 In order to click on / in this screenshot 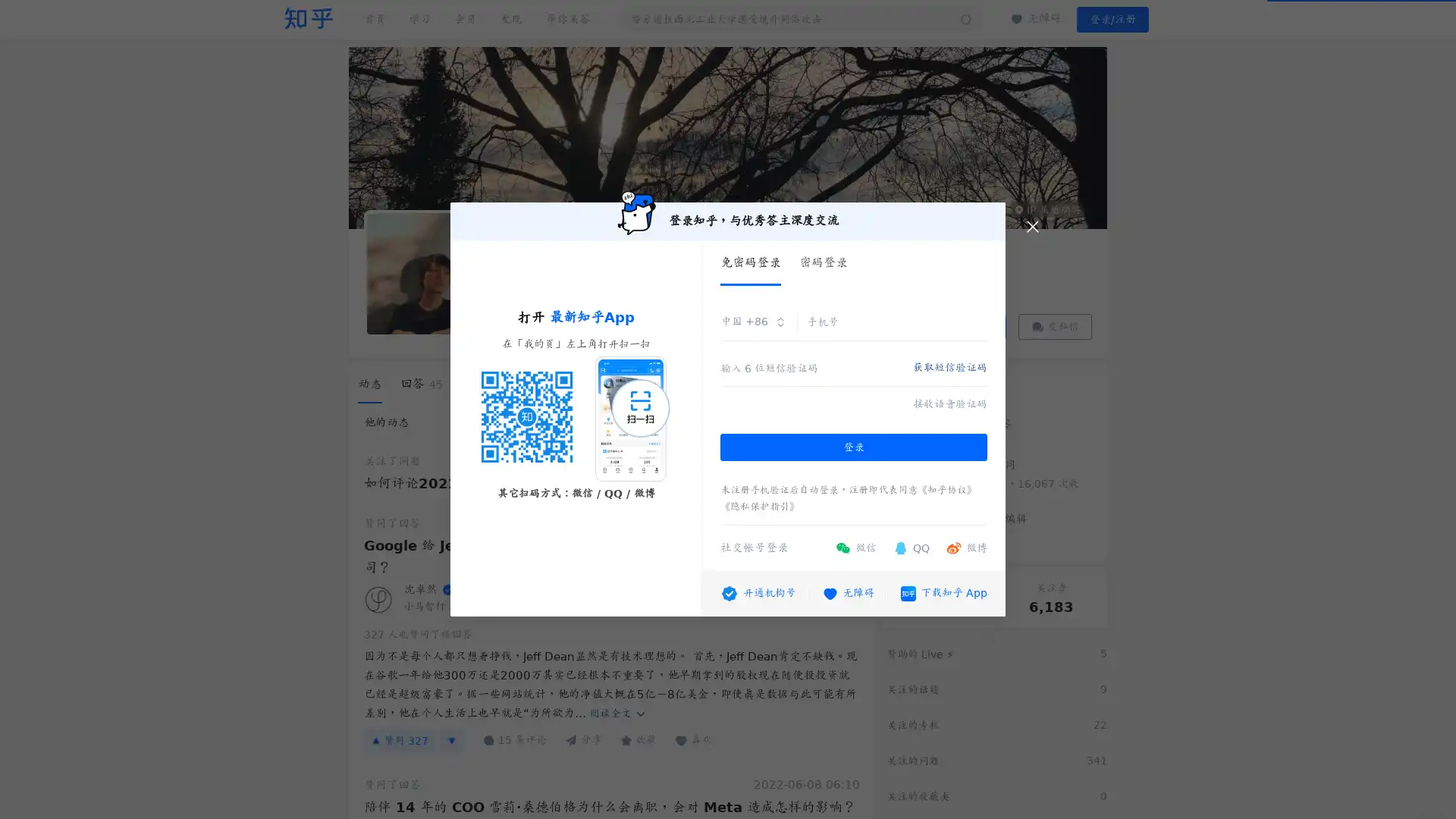, I will do `click(1112, 20)`.